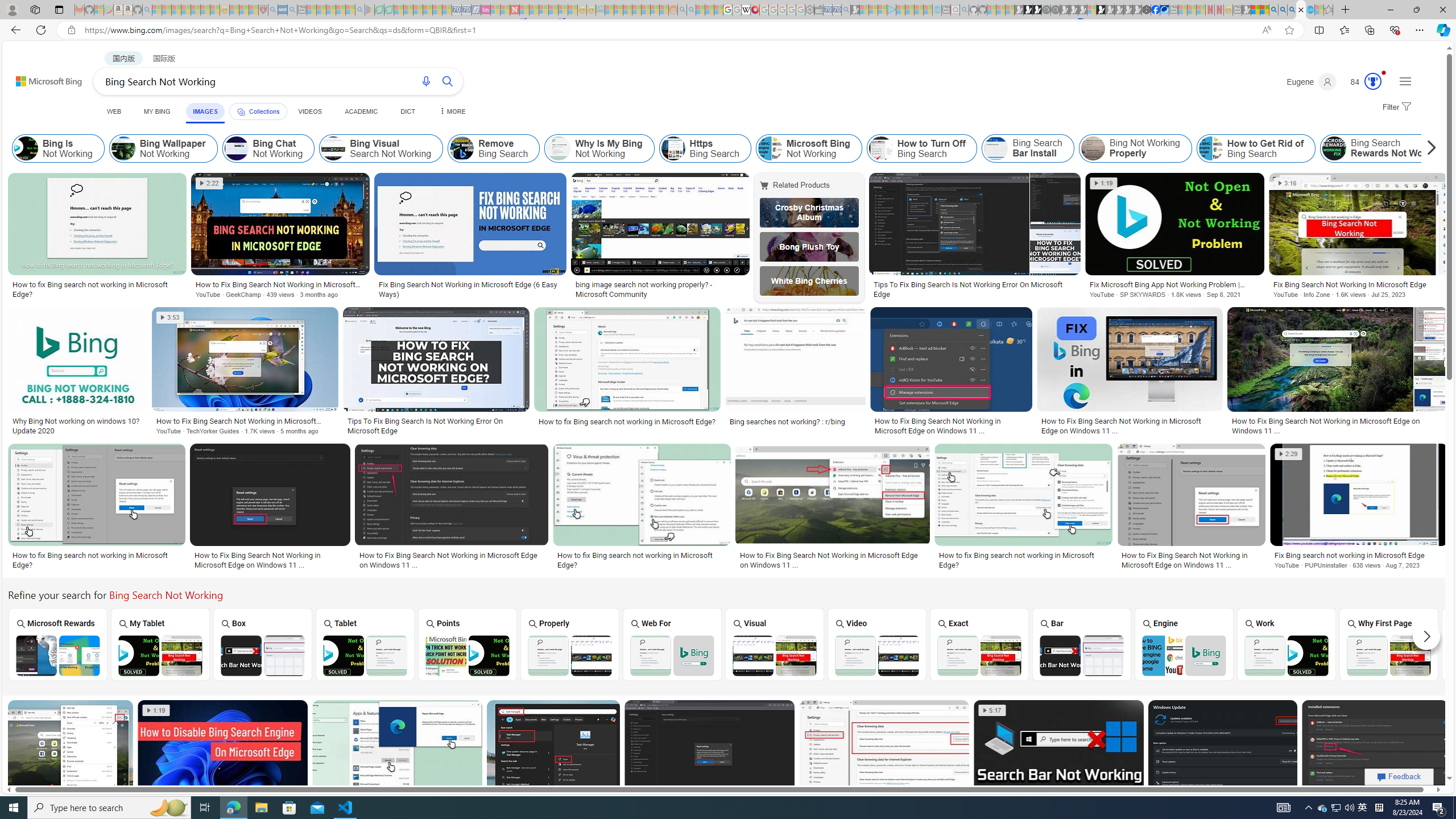 Image resolution: width=1456 pixels, height=819 pixels. I want to click on 'How to Get Rid of Bing Search', so click(1256, 148).